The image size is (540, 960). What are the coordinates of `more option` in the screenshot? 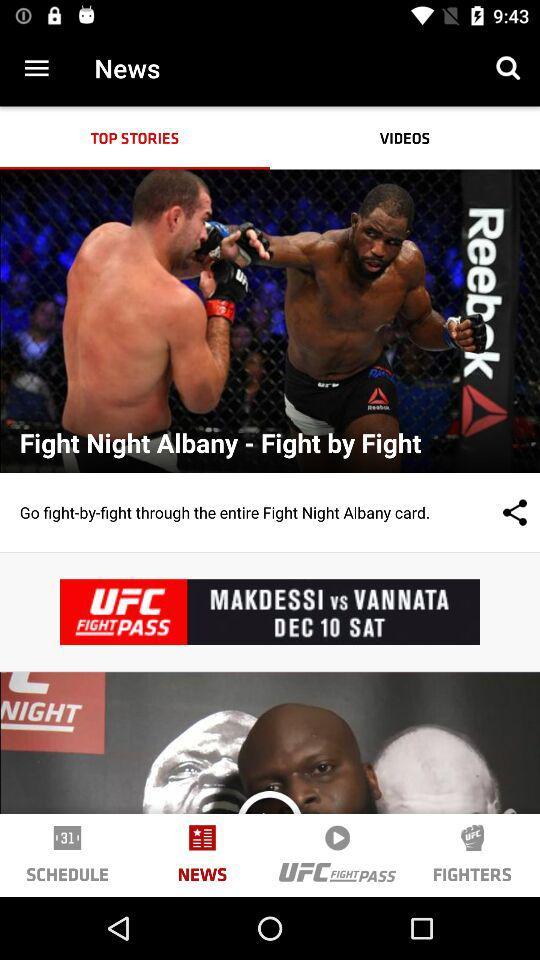 It's located at (36, 68).